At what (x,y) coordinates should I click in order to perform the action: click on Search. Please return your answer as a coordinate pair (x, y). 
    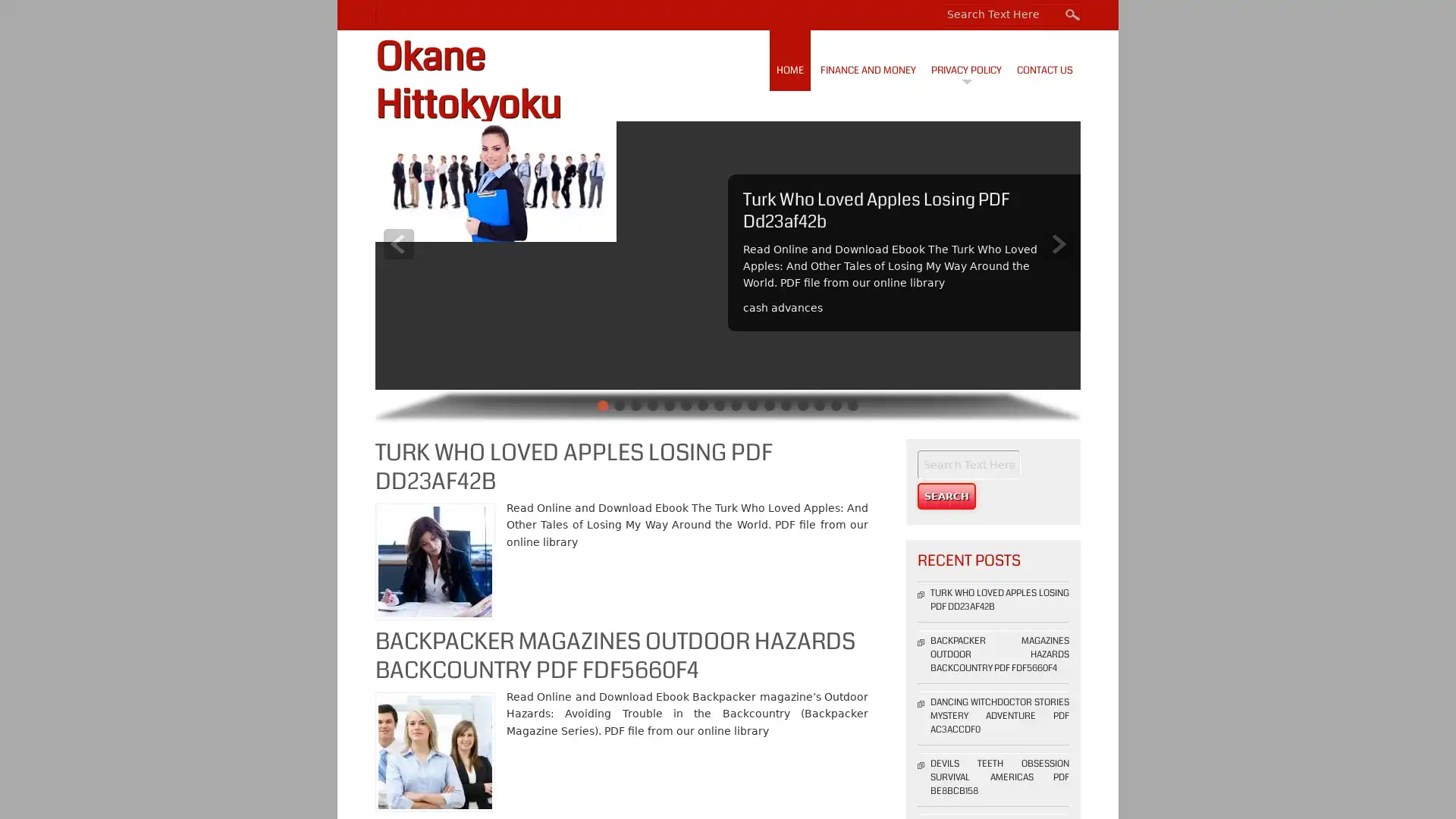
    Looking at the image, I should click on (946, 496).